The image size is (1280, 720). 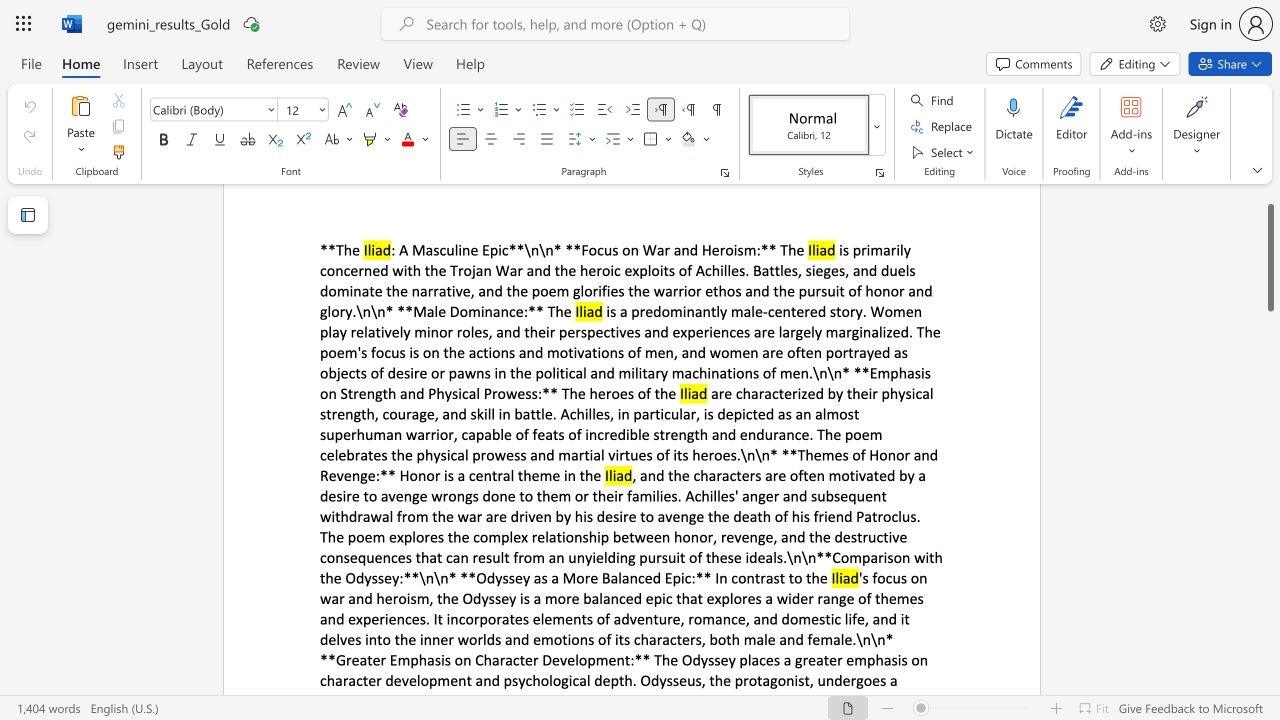 I want to click on the scrollbar and move down 1220 pixels, so click(x=1269, y=256).